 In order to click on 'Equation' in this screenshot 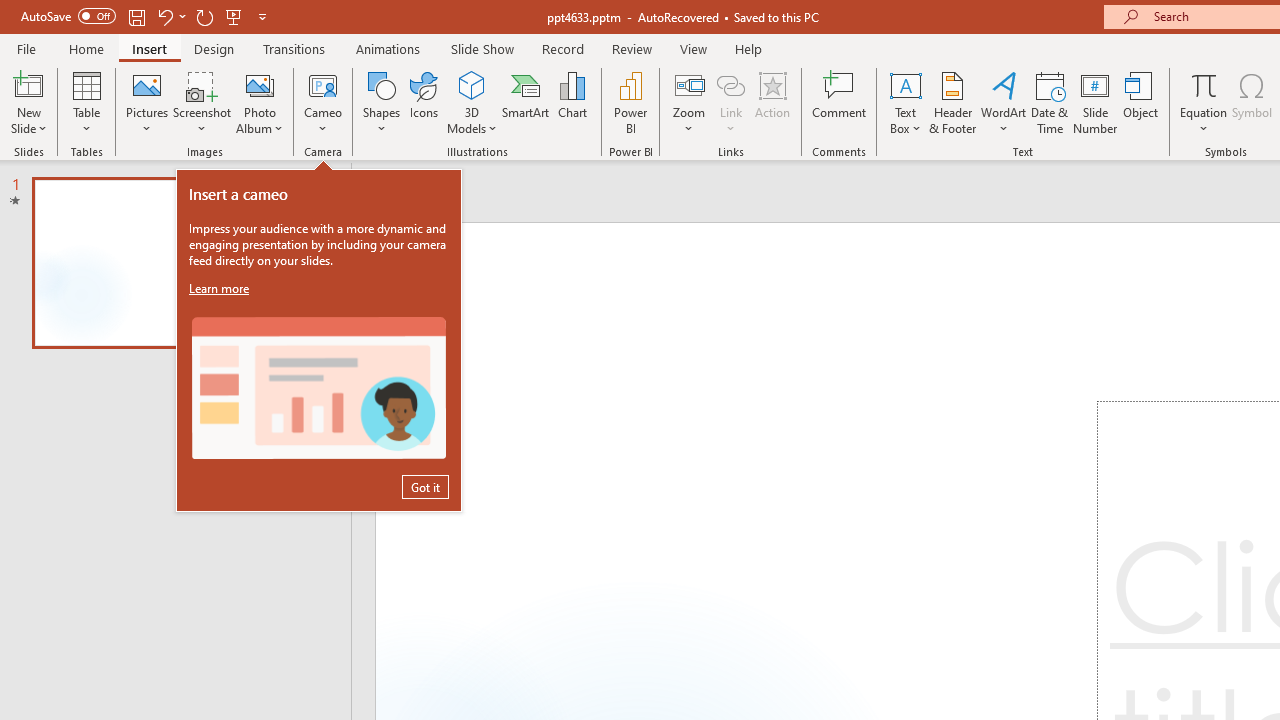, I will do `click(1202, 103)`.